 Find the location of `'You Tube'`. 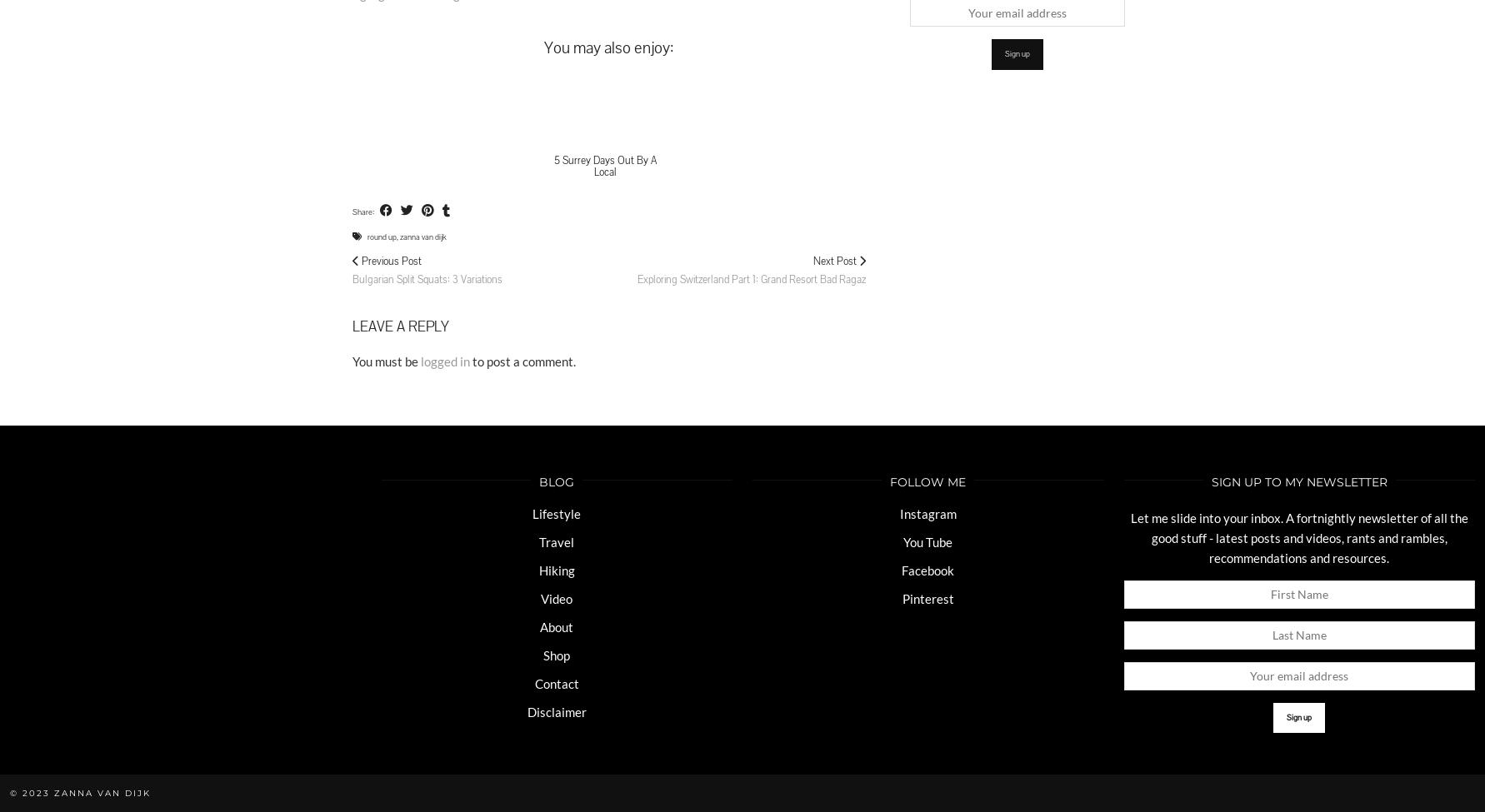

'You Tube' is located at coordinates (927, 541).